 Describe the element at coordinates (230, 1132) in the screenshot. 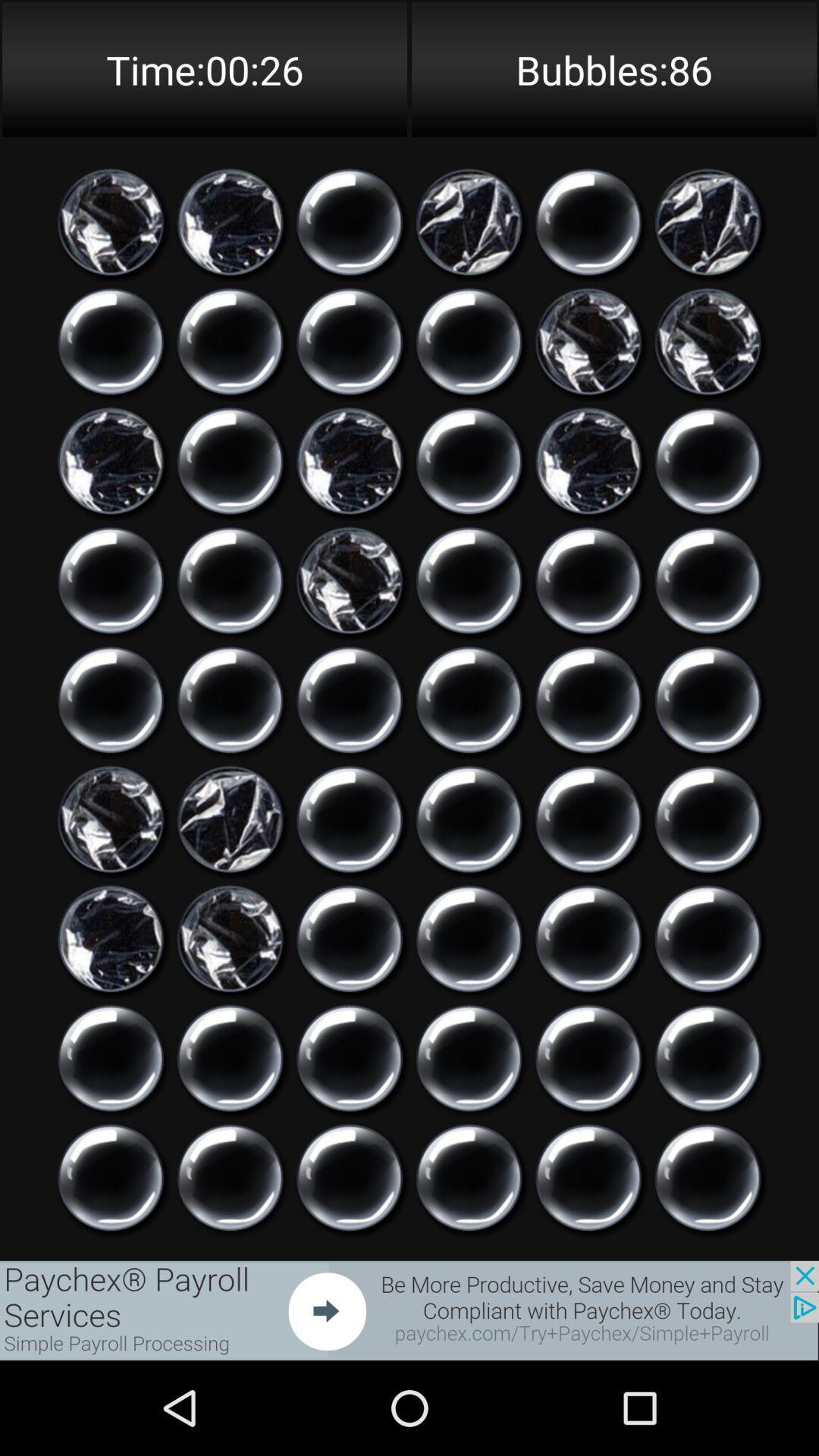

I see `the refresh icon` at that location.